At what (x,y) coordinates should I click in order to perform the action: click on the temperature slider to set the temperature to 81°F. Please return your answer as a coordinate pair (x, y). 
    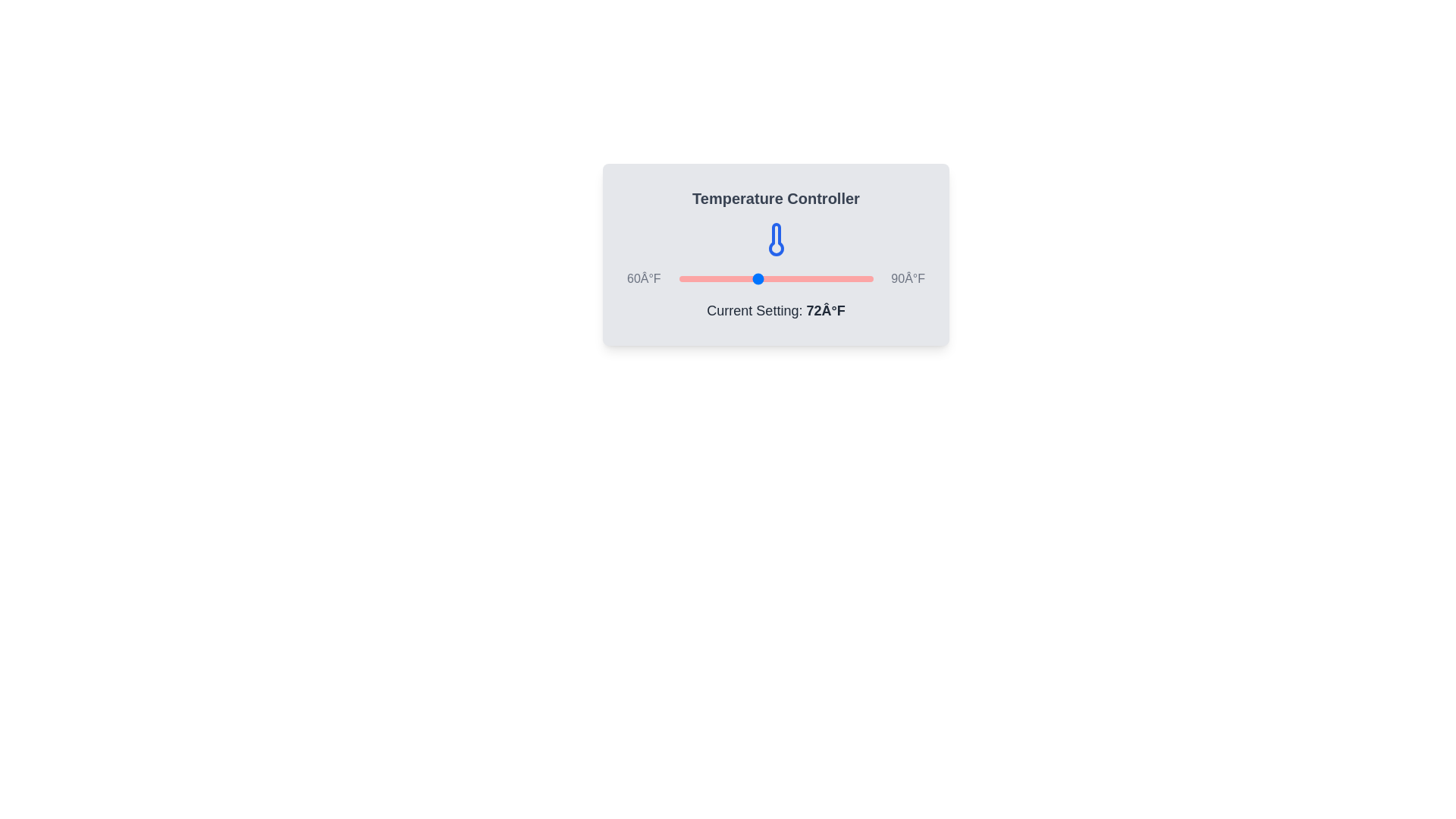
    Looking at the image, I should click on (814, 278).